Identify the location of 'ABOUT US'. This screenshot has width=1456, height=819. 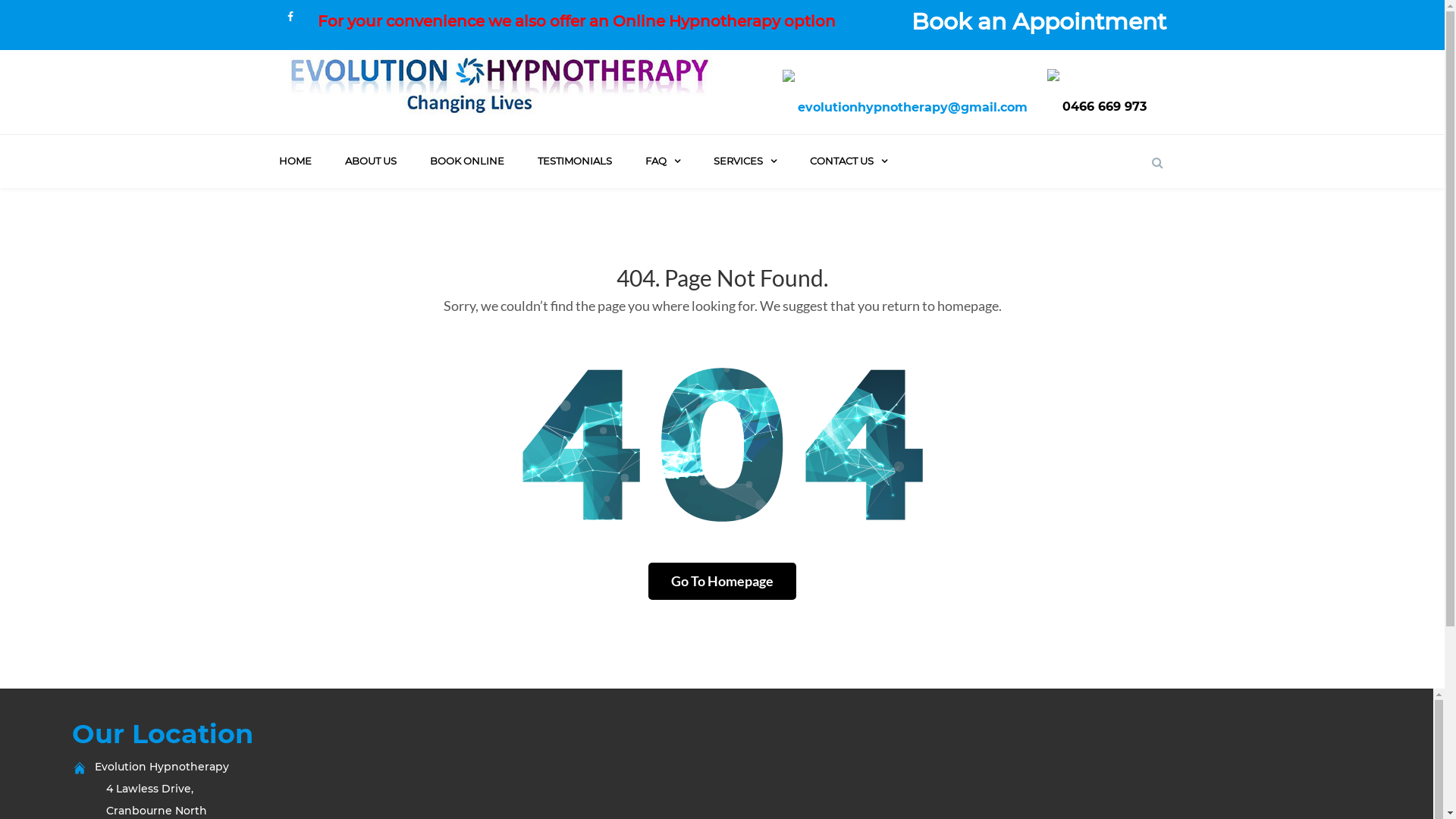
(344, 161).